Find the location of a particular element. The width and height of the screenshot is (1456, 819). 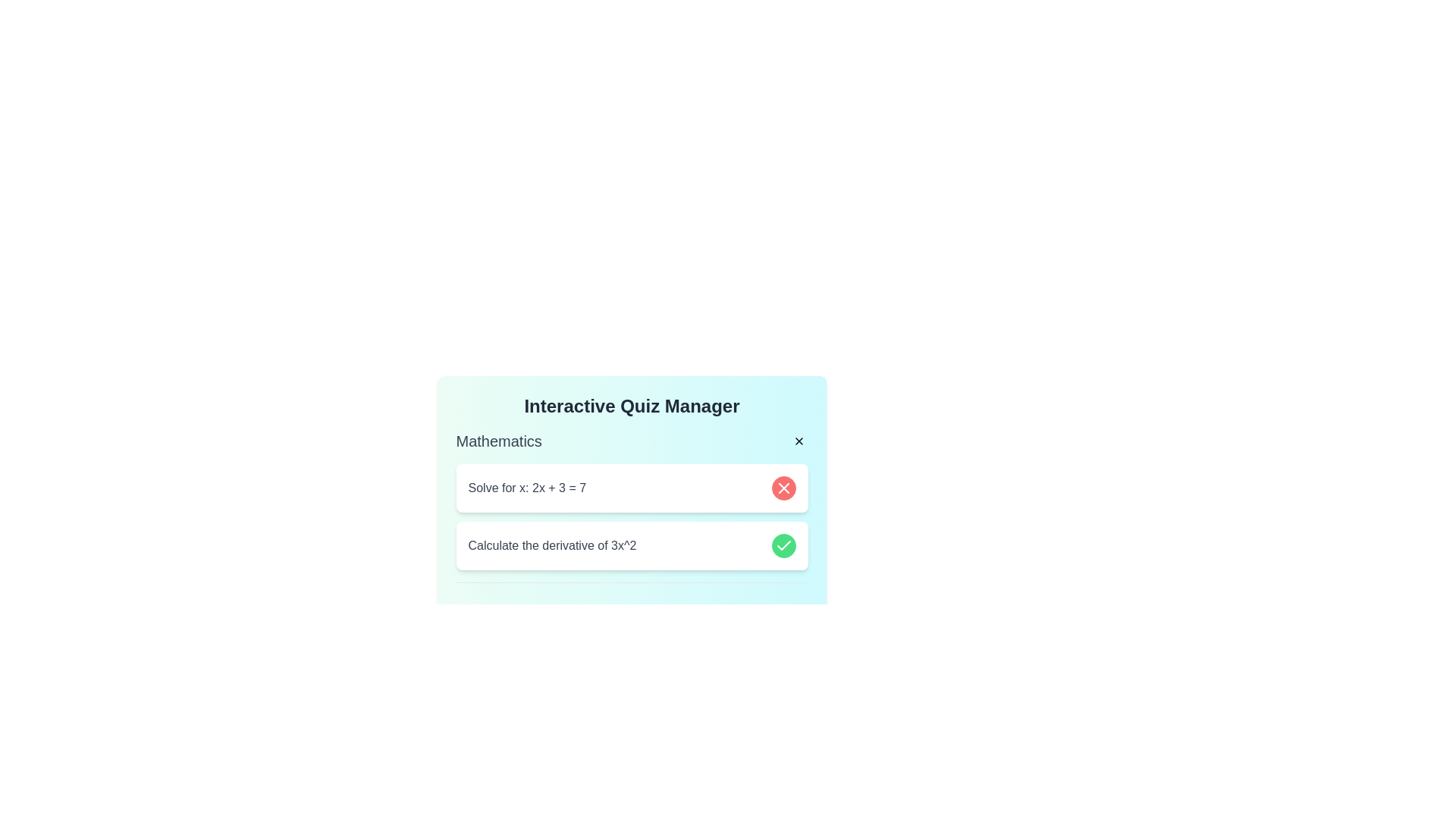

the confirmation button with a check icon located to the far right of the panel titled 'Calculate the derivative of 3x^2' to confirm the status is located at coordinates (783, 546).